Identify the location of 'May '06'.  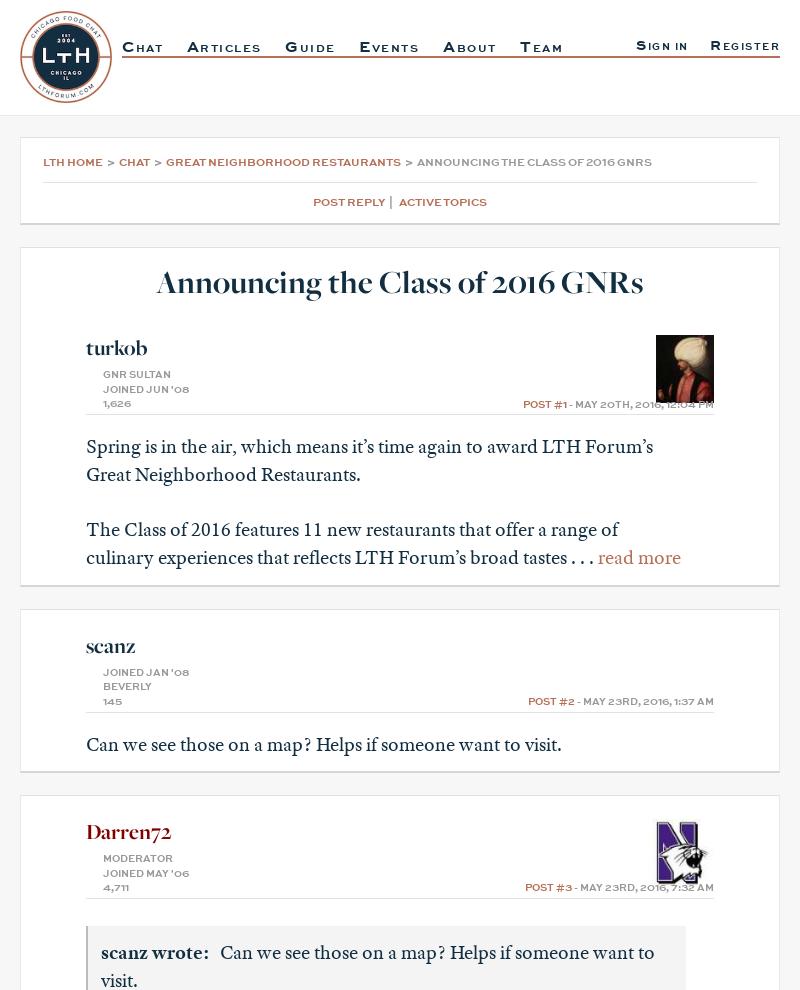
(146, 872).